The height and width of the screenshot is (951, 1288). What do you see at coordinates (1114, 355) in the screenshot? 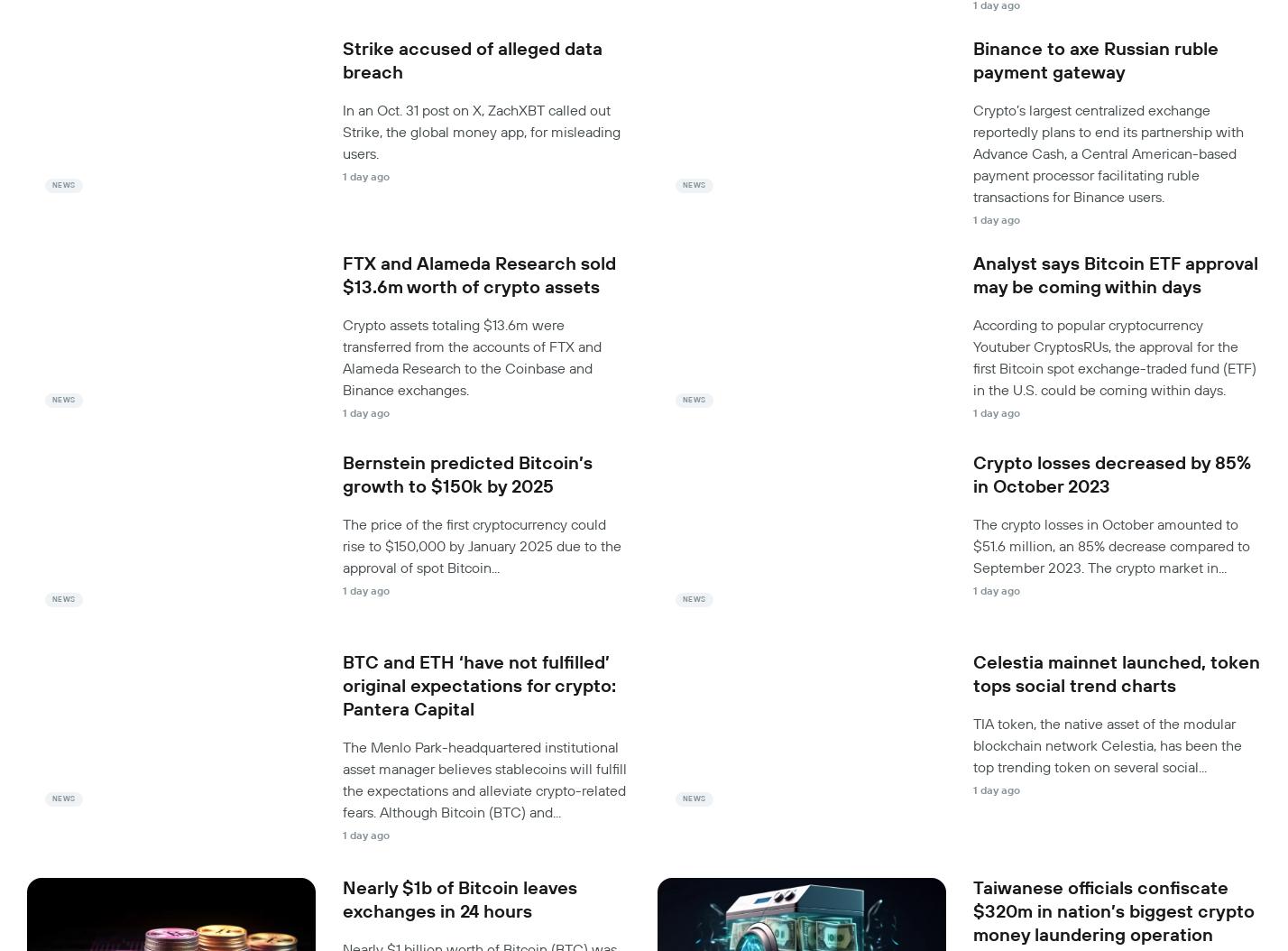
I see `'According to popular cryptocurrency Youtuber CryptosRUs, the approval for the first Bitcoin spot exchange-traded fund (ETF) in the U.S. could be coming within days.'` at bounding box center [1114, 355].